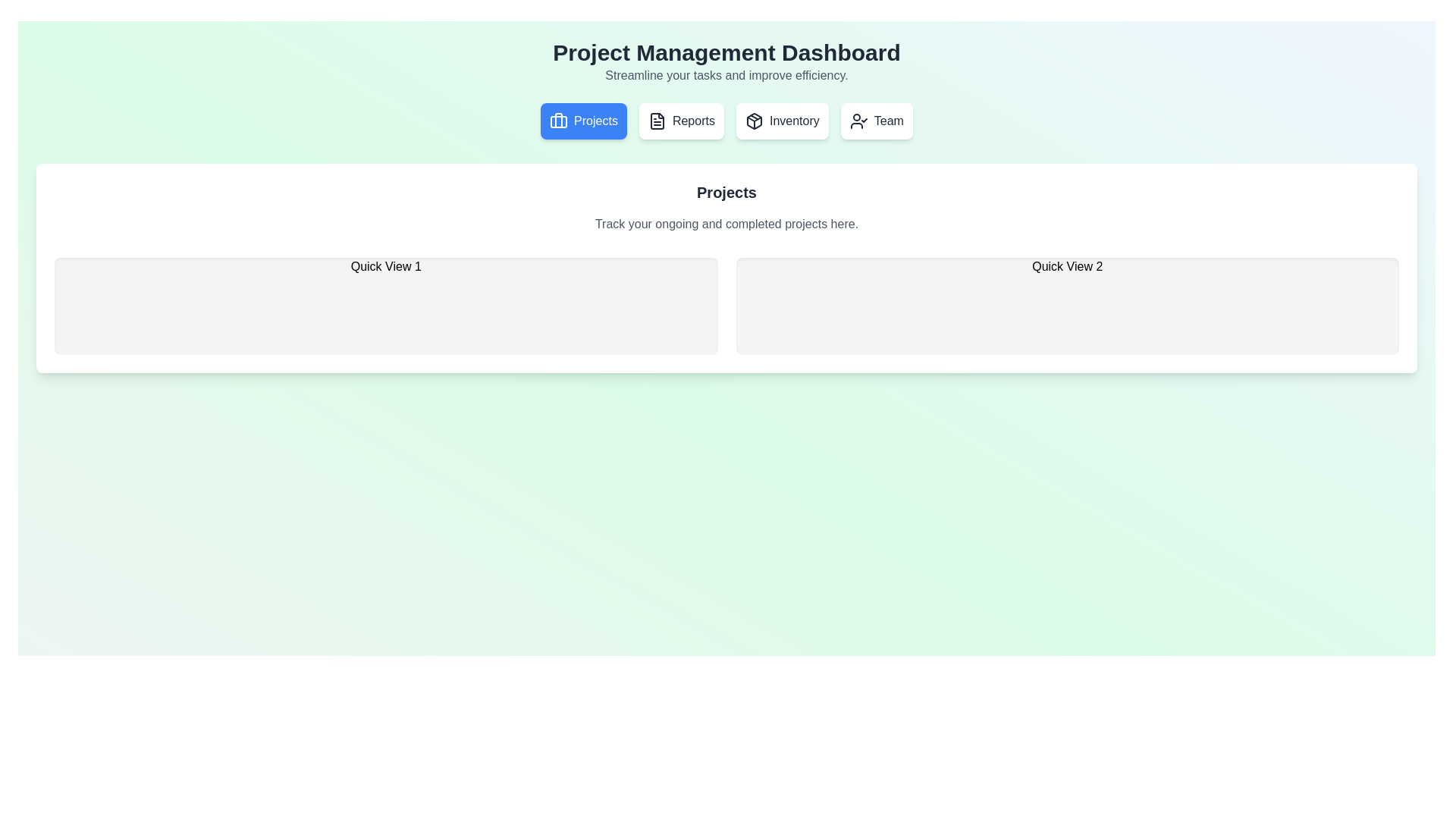 Image resolution: width=1456 pixels, height=819 pixels. I want to click on the 'Projects' button, which is a blue rectangular button with white text and a briefcase icon, located at the top row of interactive items, so click(582, 120).